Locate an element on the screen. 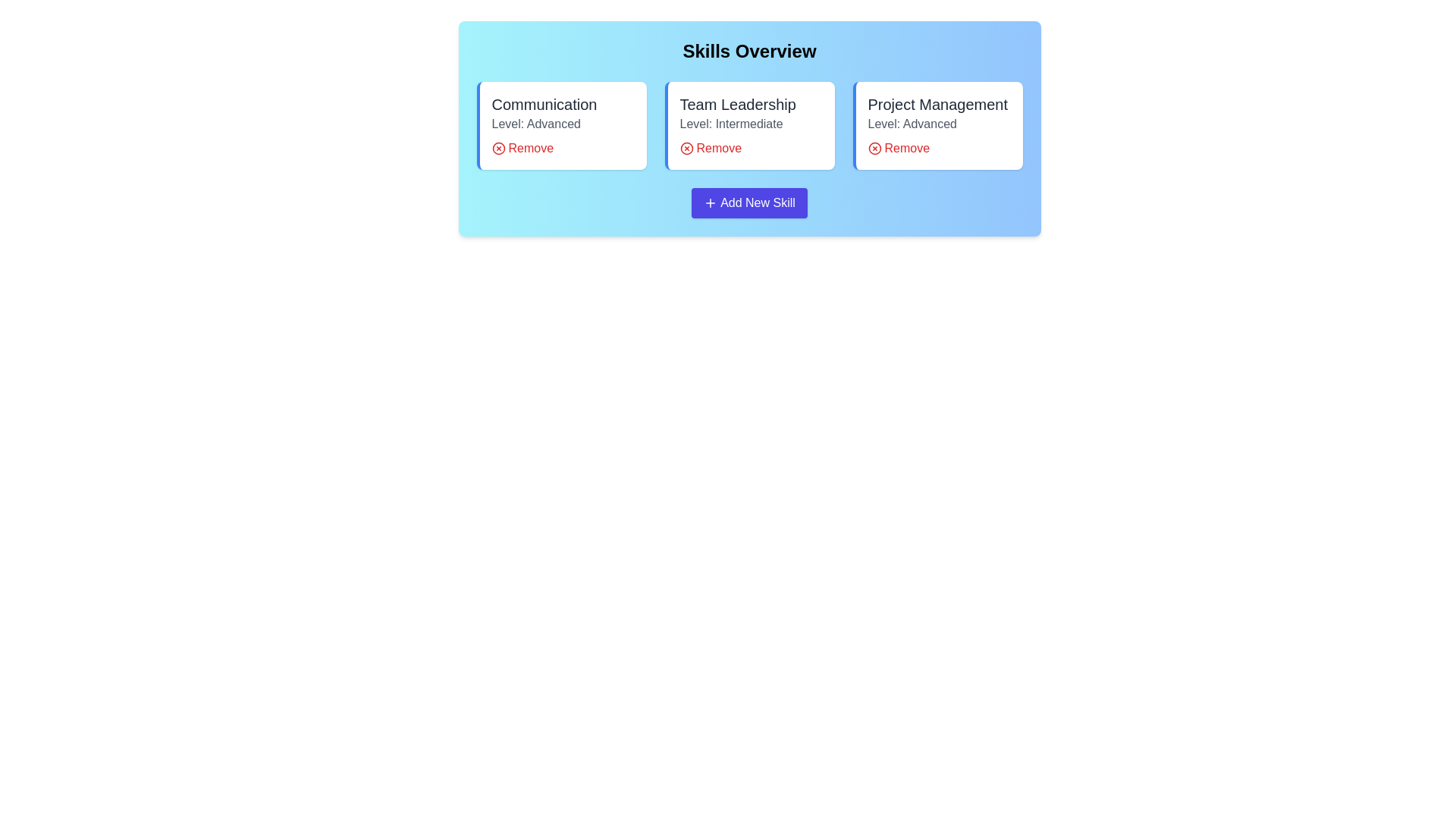  'Remove' button for the skill Team Leadership is located at coordinates (710, 149).